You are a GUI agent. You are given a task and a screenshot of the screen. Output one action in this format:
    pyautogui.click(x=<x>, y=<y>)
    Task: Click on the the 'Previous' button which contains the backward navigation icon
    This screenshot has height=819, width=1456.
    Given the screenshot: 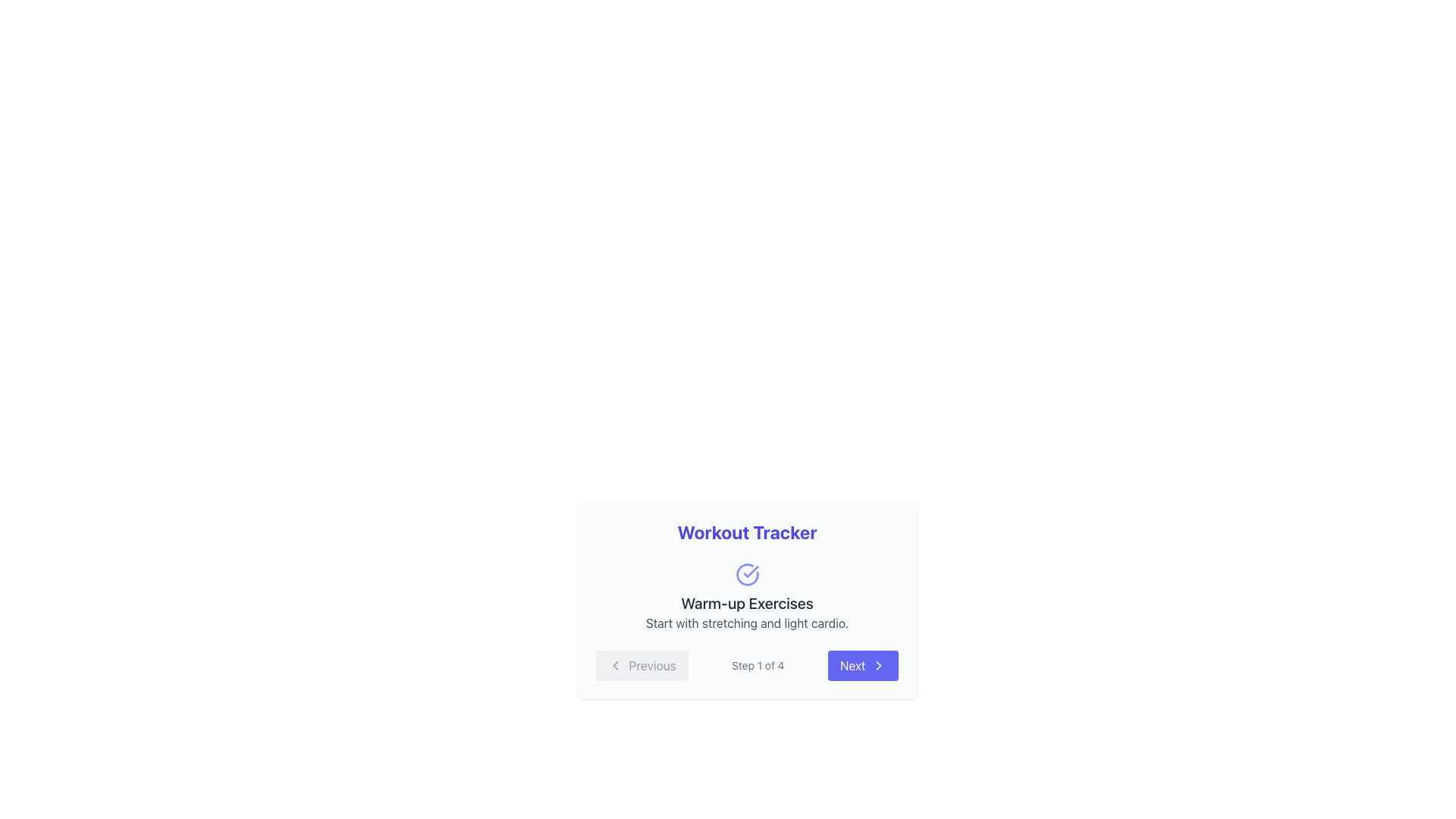 What is the action you would take?
    pyautogui.click(x=615, y=665)
    